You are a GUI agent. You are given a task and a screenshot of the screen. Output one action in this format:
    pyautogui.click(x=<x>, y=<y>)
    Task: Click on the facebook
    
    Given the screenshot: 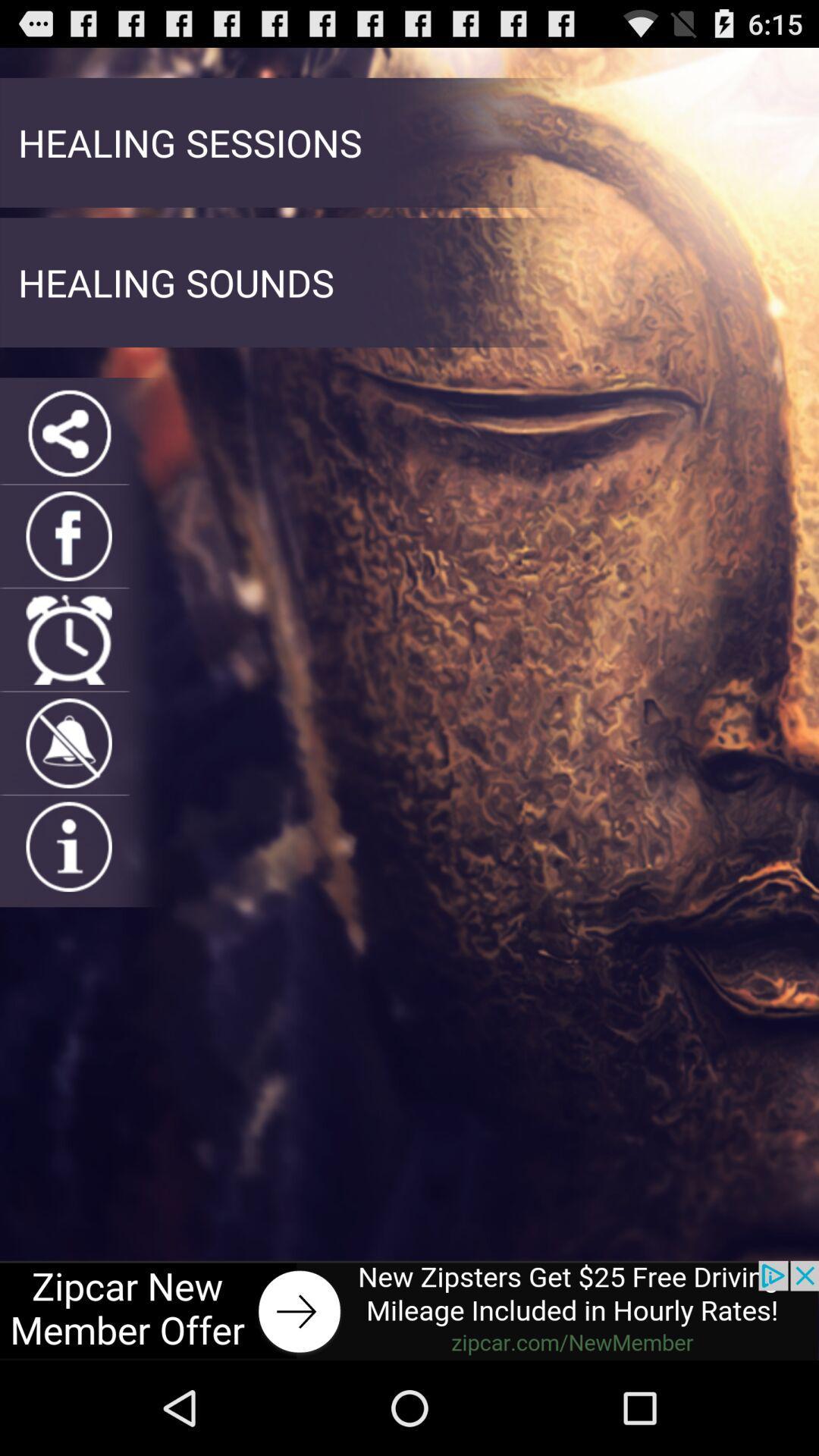 What is the action you would take?
    pyautogui.click(x=69, y=536)
    